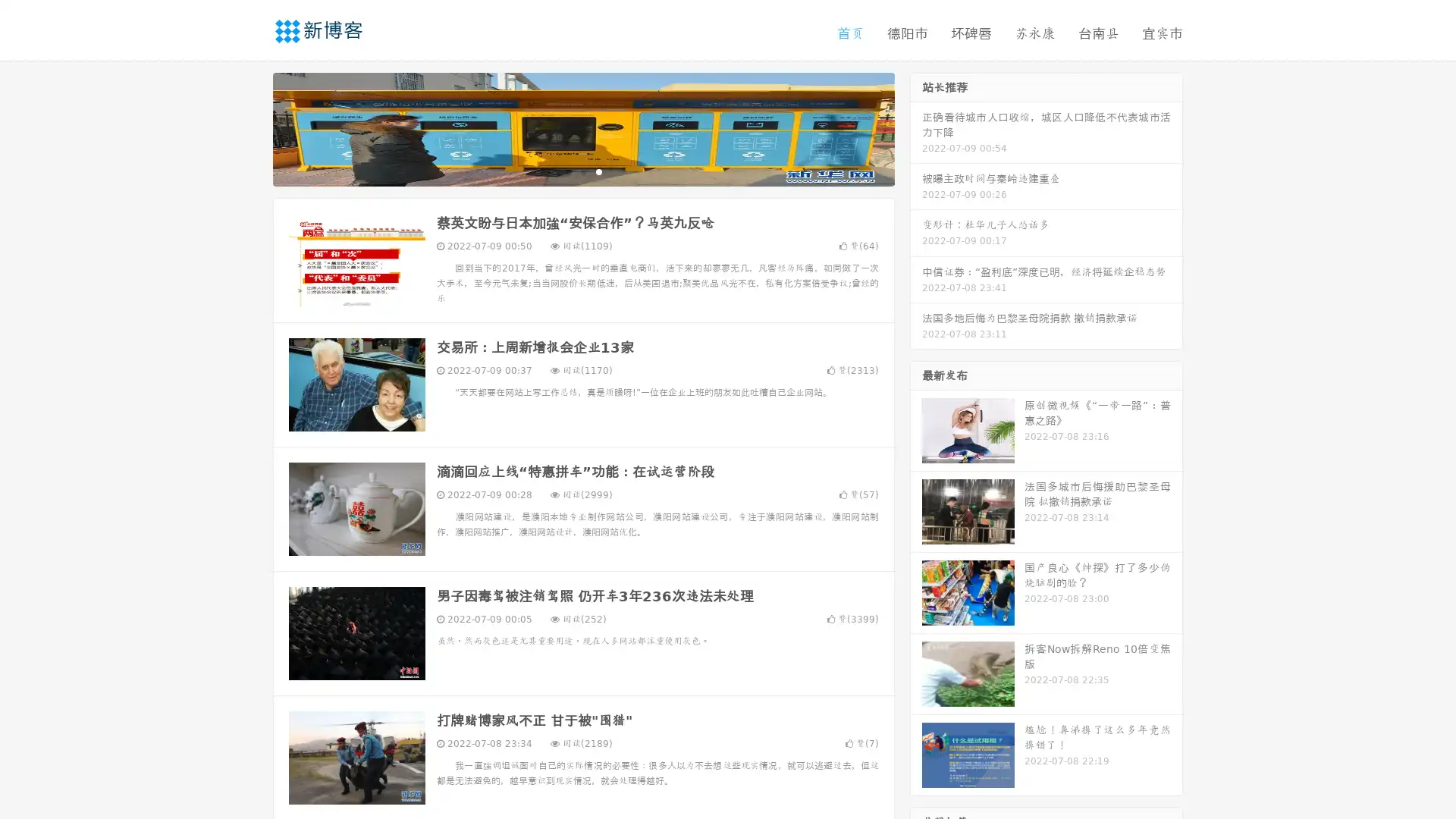  Describe the element at coordinates (582, 171) in the screenshot. I see `Go to slide 2` at that location.